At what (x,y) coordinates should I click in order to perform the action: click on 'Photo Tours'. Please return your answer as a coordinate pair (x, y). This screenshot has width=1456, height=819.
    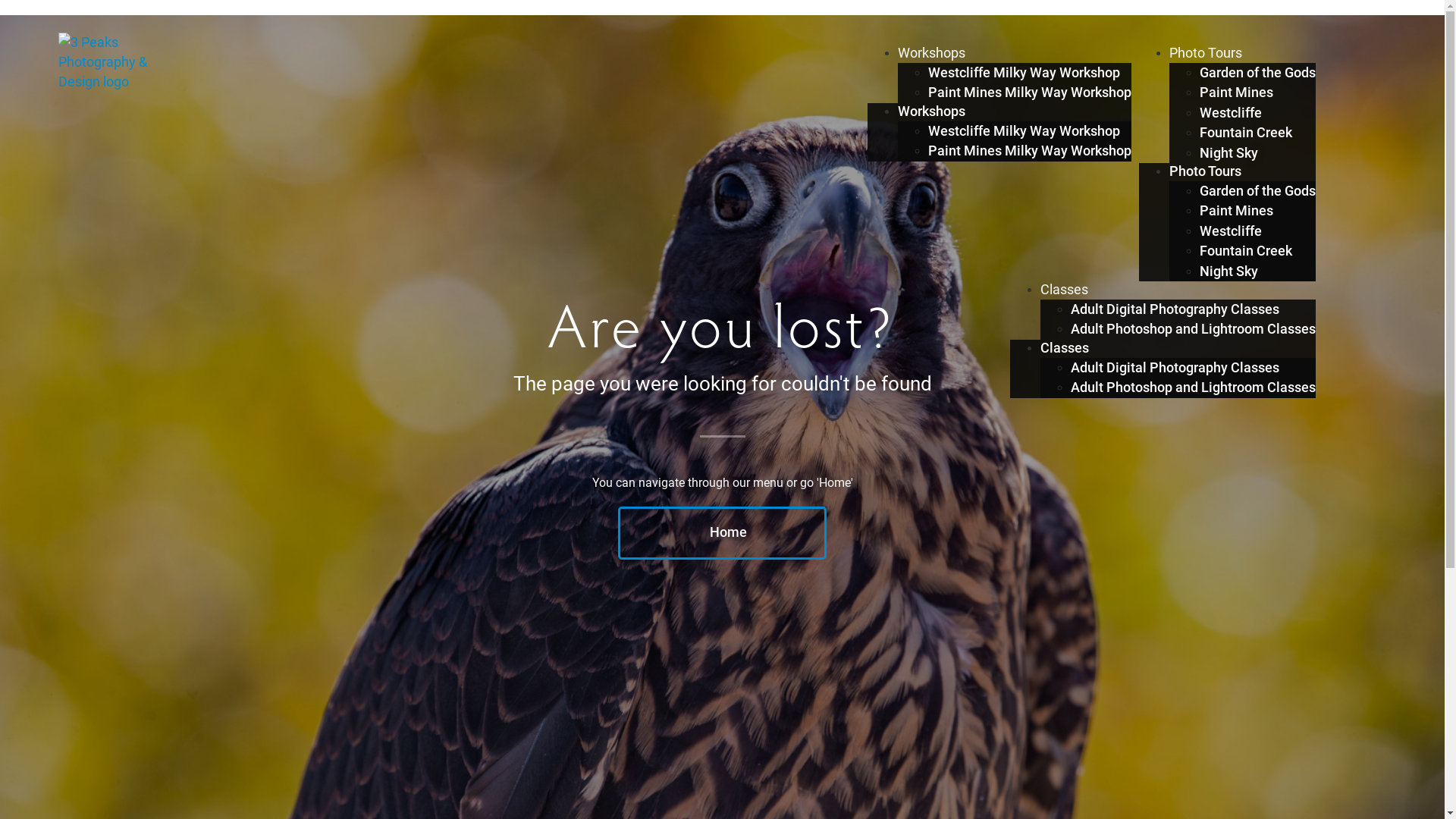
    Looking at the image, I should click on (1168, 52).